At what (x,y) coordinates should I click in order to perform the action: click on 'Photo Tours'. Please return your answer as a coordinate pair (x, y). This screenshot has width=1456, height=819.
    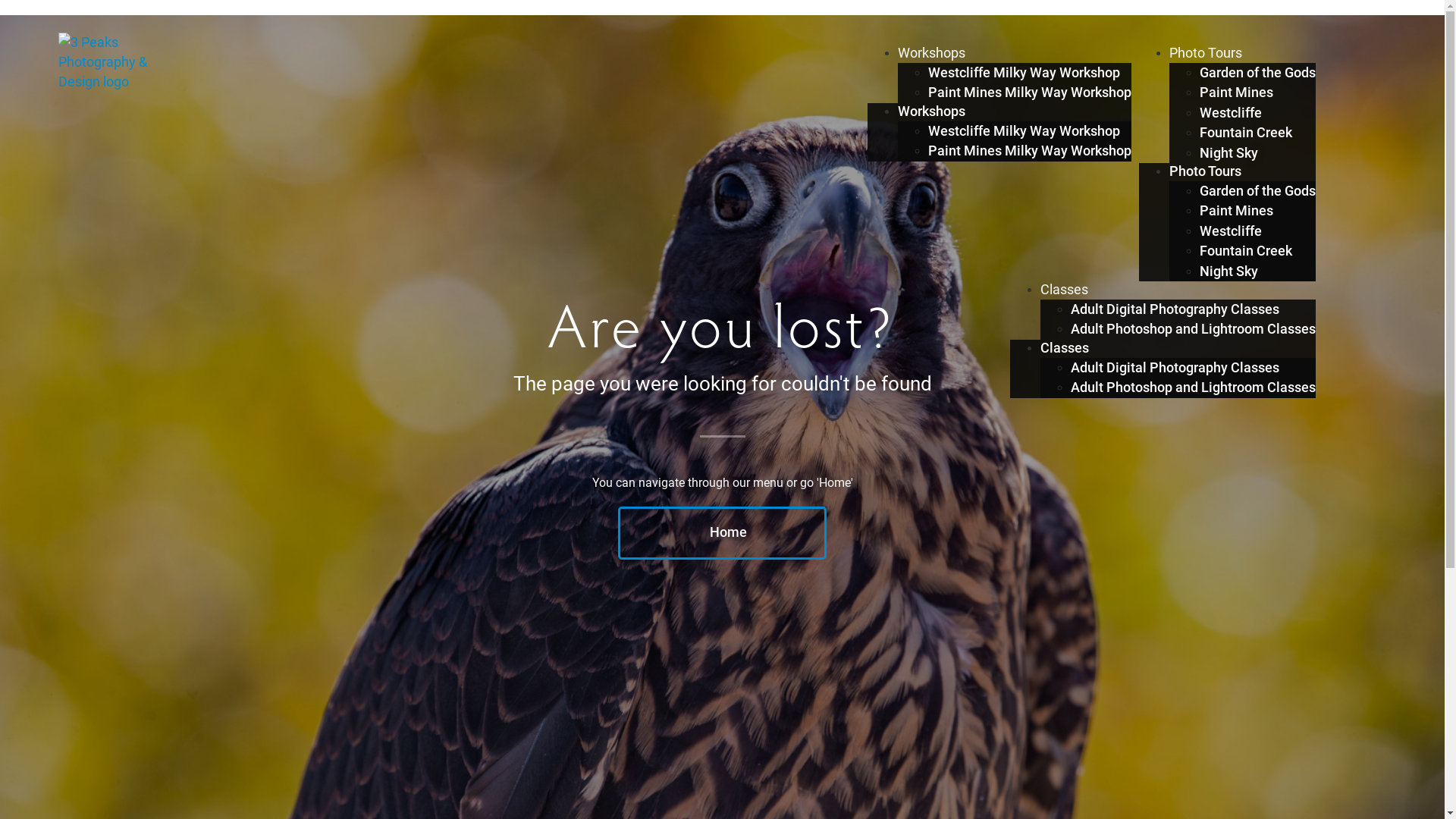
    Looking at the image, I should click on (1168, 52).